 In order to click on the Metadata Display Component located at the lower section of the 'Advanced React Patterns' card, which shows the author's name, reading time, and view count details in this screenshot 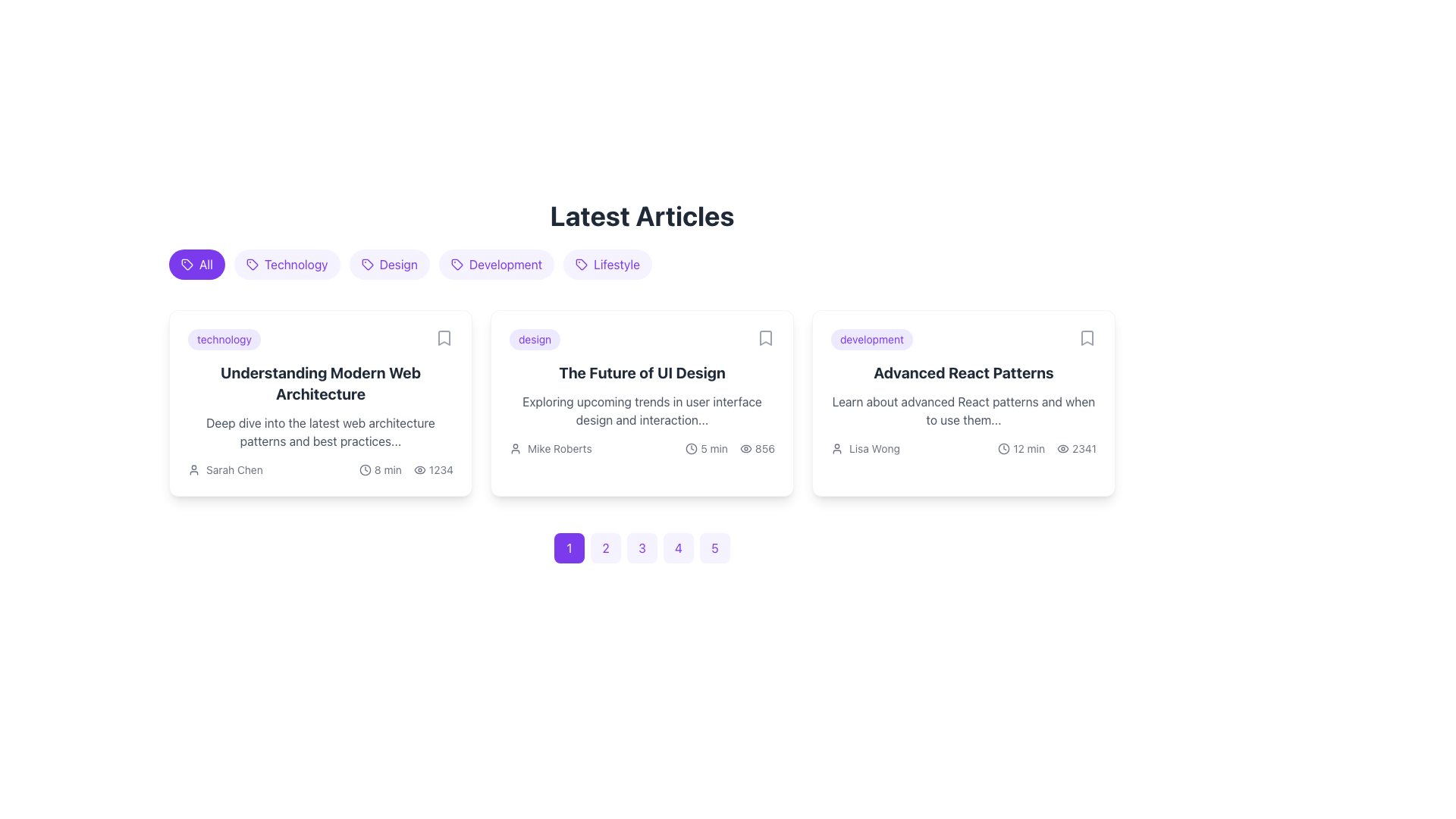, I will do `click(963, 447)`.